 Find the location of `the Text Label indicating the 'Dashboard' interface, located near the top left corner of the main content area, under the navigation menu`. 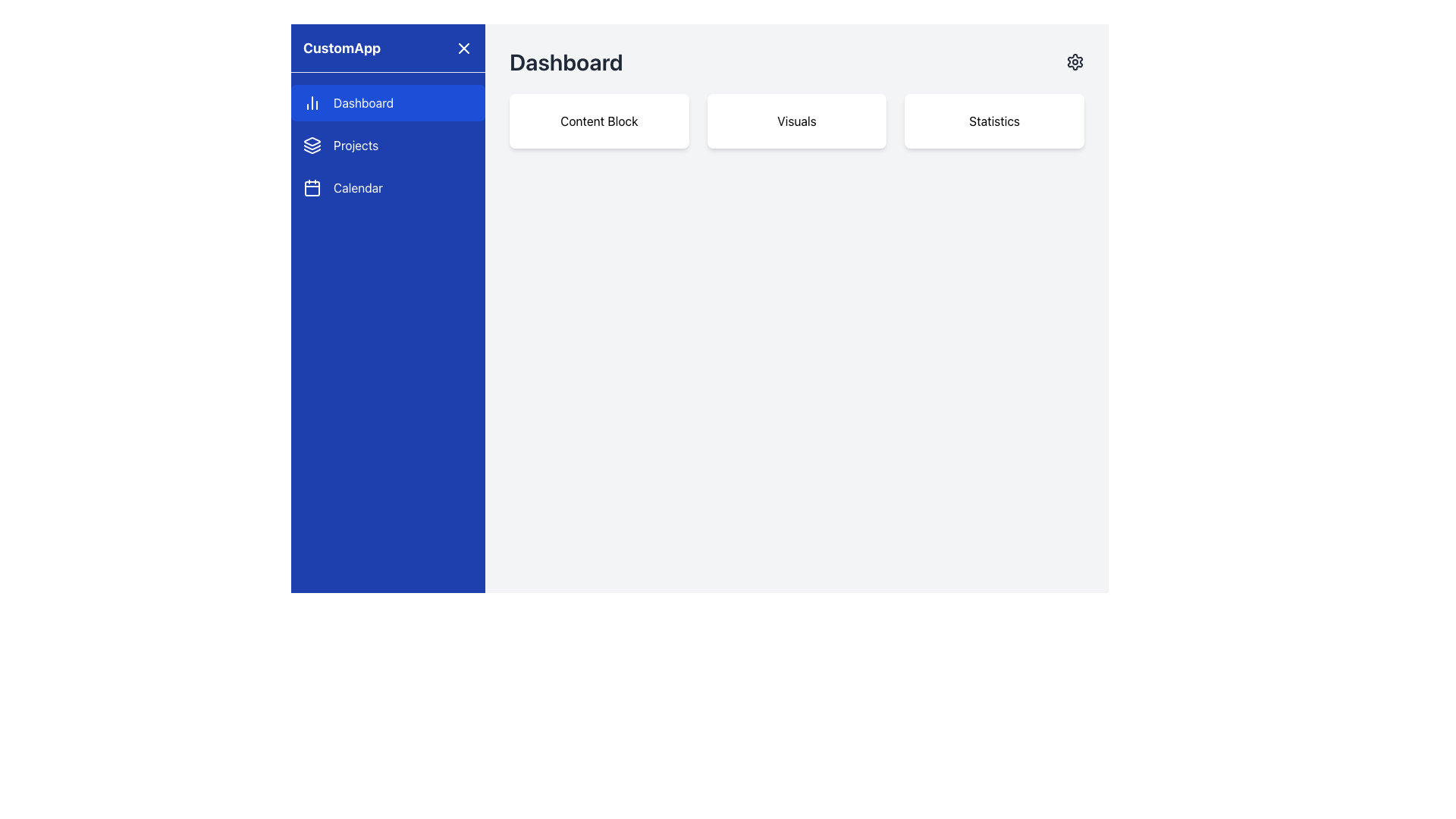

the Text Label indicating the 'Dashboard' interface, located near the top left corner of the main content area, under the navigation menu is located at coordinates (565, 61).